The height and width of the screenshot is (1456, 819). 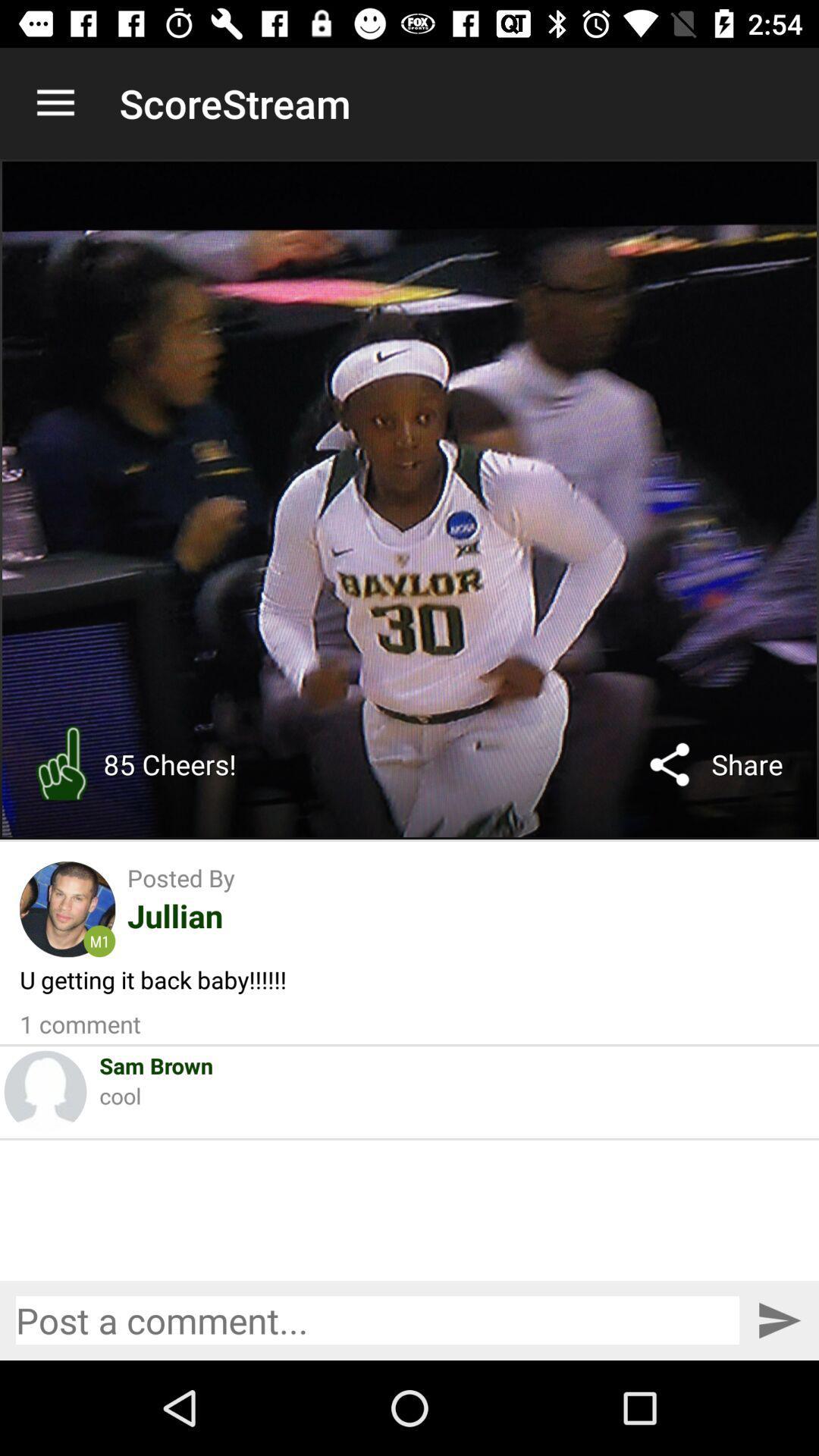 What do you see at coordinates (99, 940) in the screenshot?
I see `item above u getting it icon` at bounding box center [99, 940].